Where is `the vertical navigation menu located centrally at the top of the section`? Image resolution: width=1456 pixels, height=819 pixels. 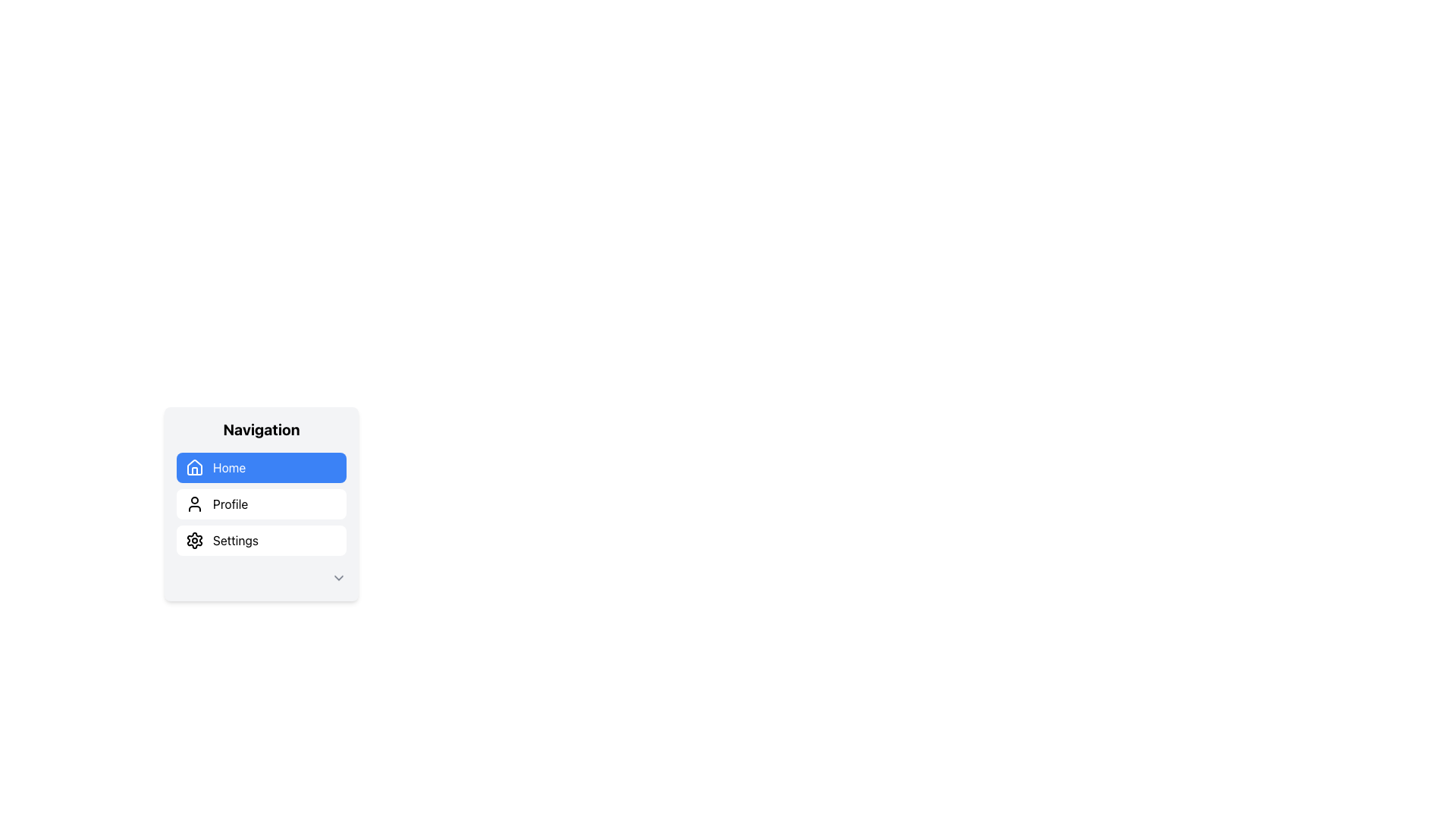
the vertical navigation menu located centrally at the top of the section is located at coordinates (262, 504).